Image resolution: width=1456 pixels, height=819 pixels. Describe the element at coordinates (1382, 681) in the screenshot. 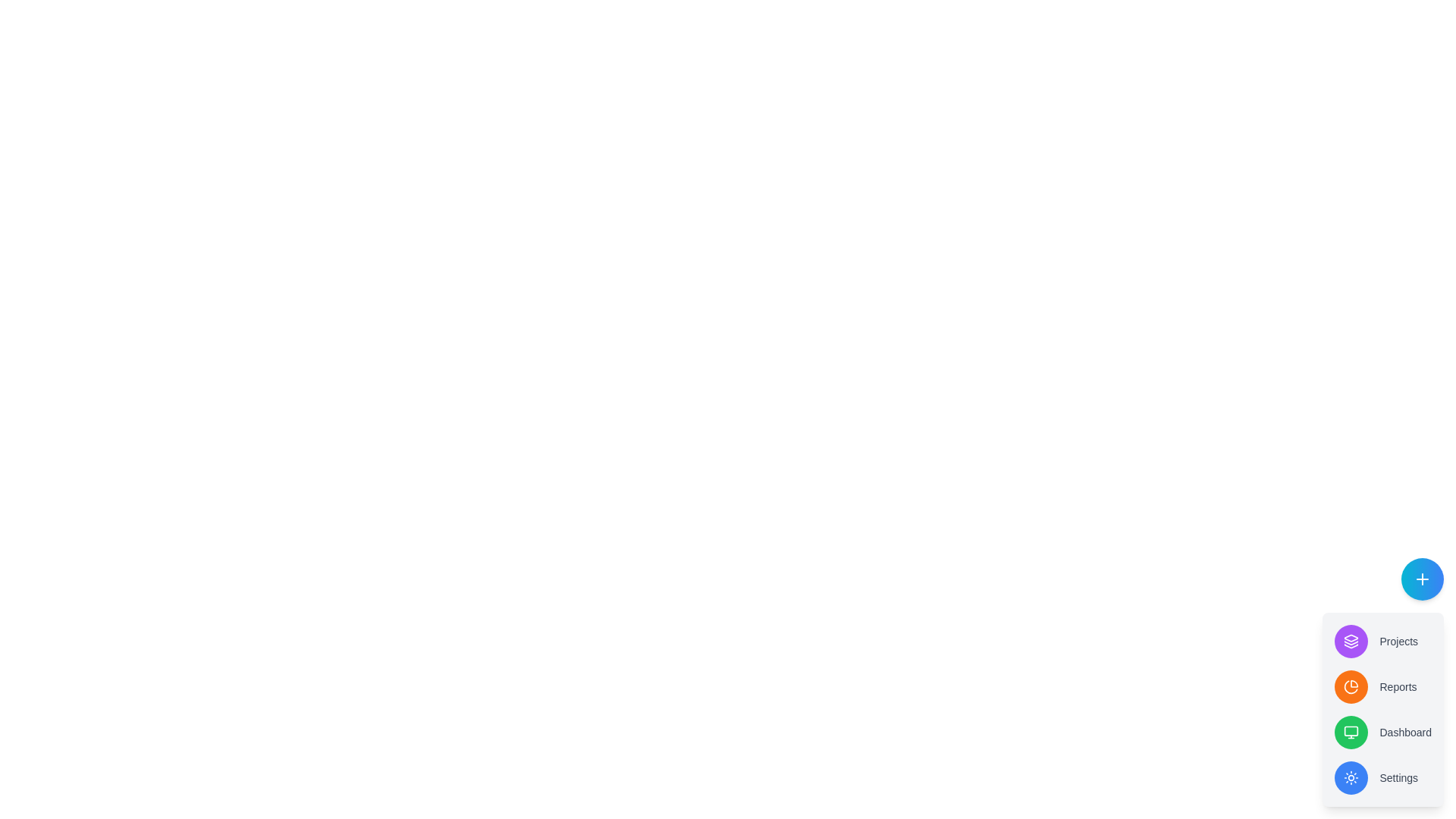

I see `the text label reading 'Reports' in the vertical menu, which is positioned below the 'Projects' label and above the 'Dashboard' label` at that location.